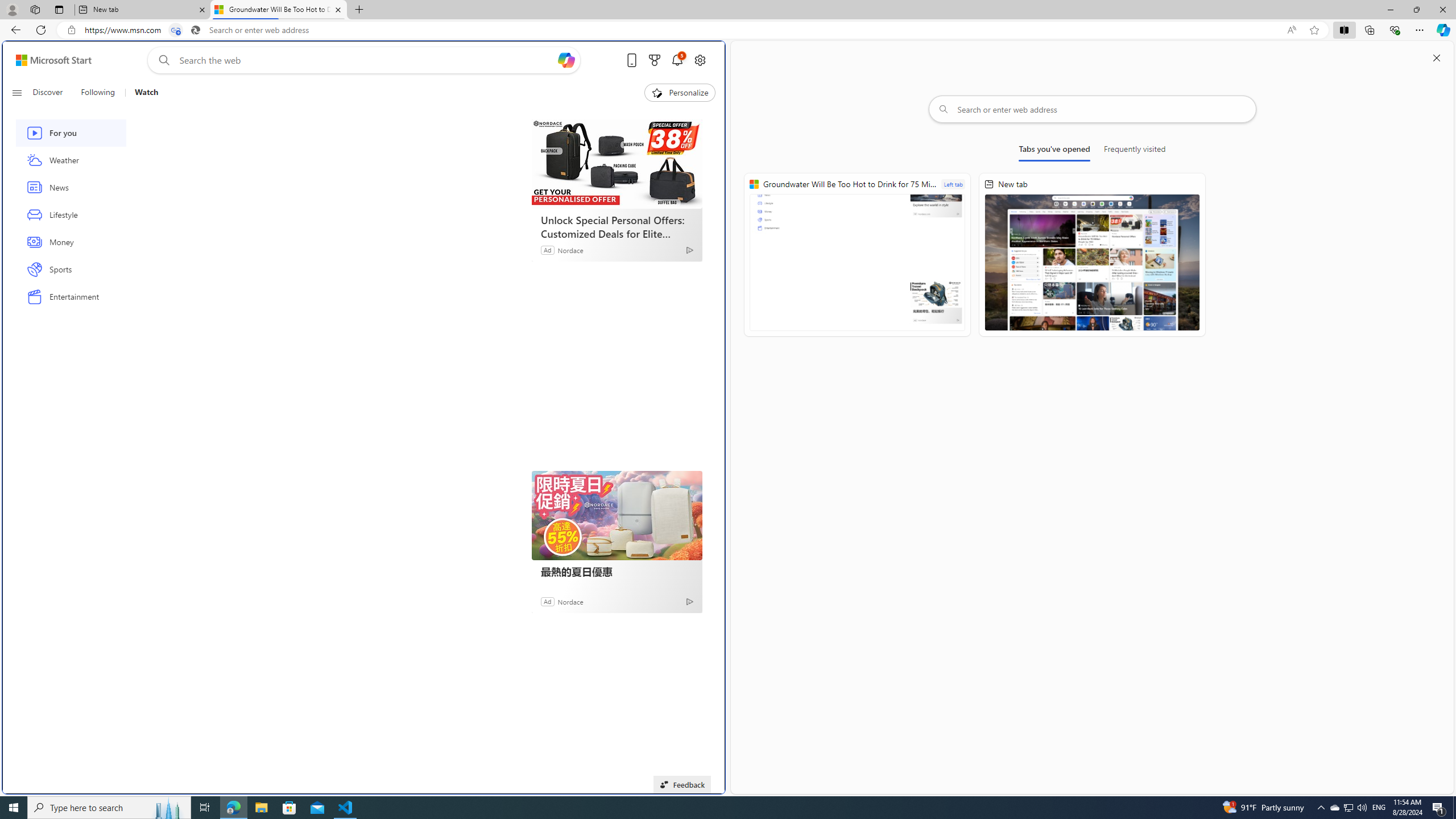 The height and width of the screenshot is (819, 1456). Describe the element at coordinates (679, 92) in the screenshot. I see `'Personalize'` at that location.